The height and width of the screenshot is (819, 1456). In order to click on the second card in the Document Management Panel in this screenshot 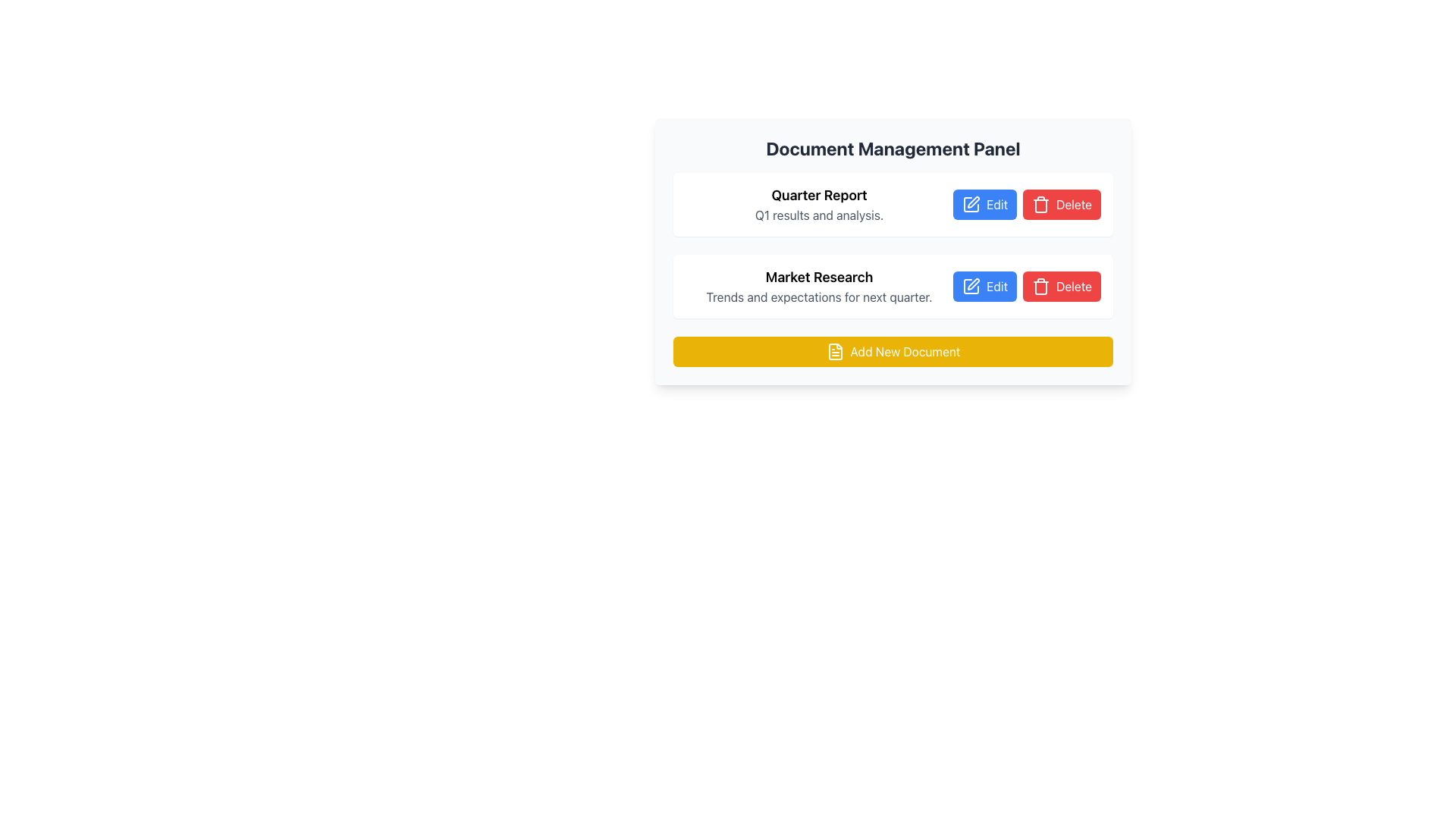, I will do `click(893, 268)`.